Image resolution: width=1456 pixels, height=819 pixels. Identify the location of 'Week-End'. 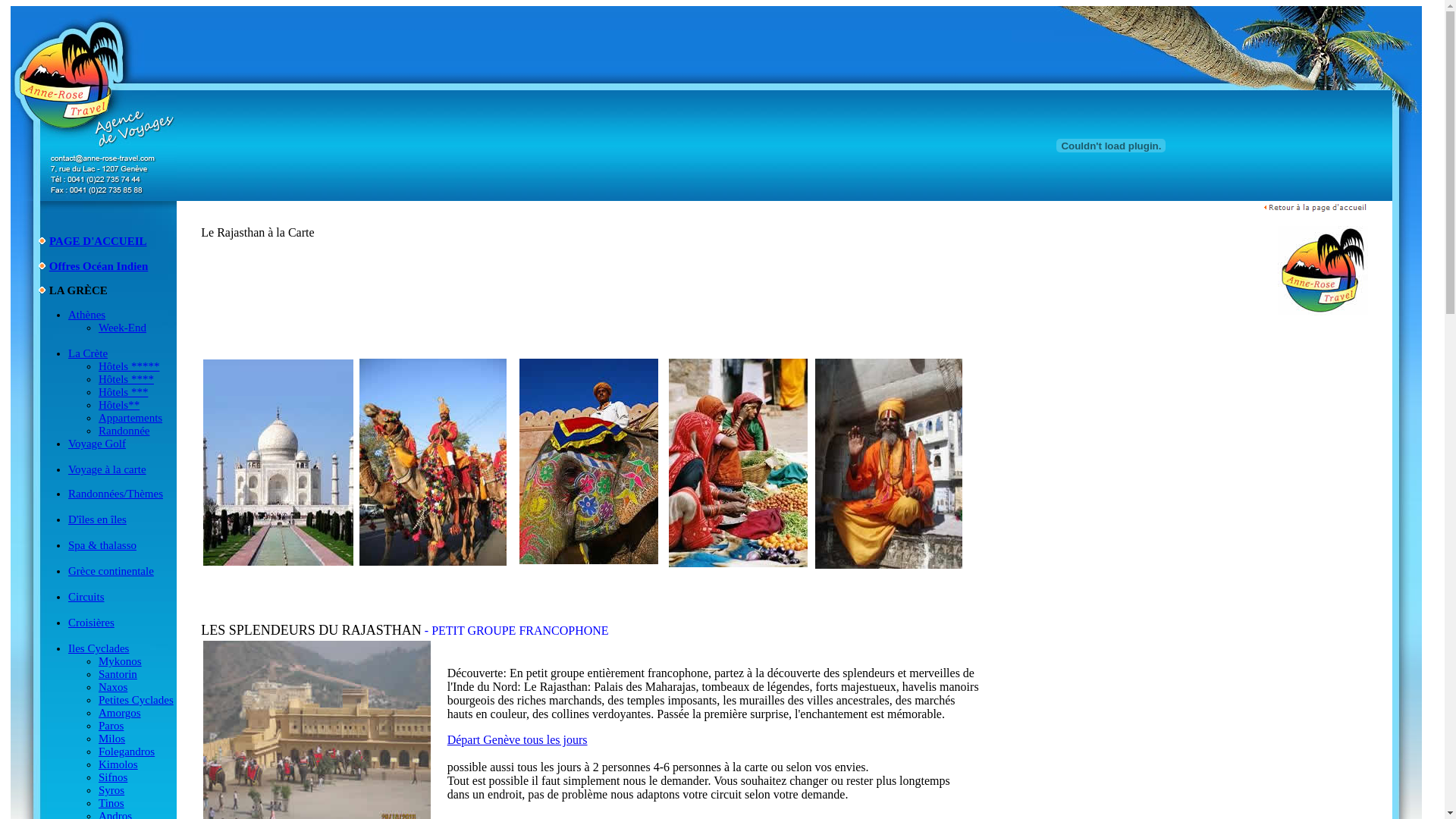
(122, 327).